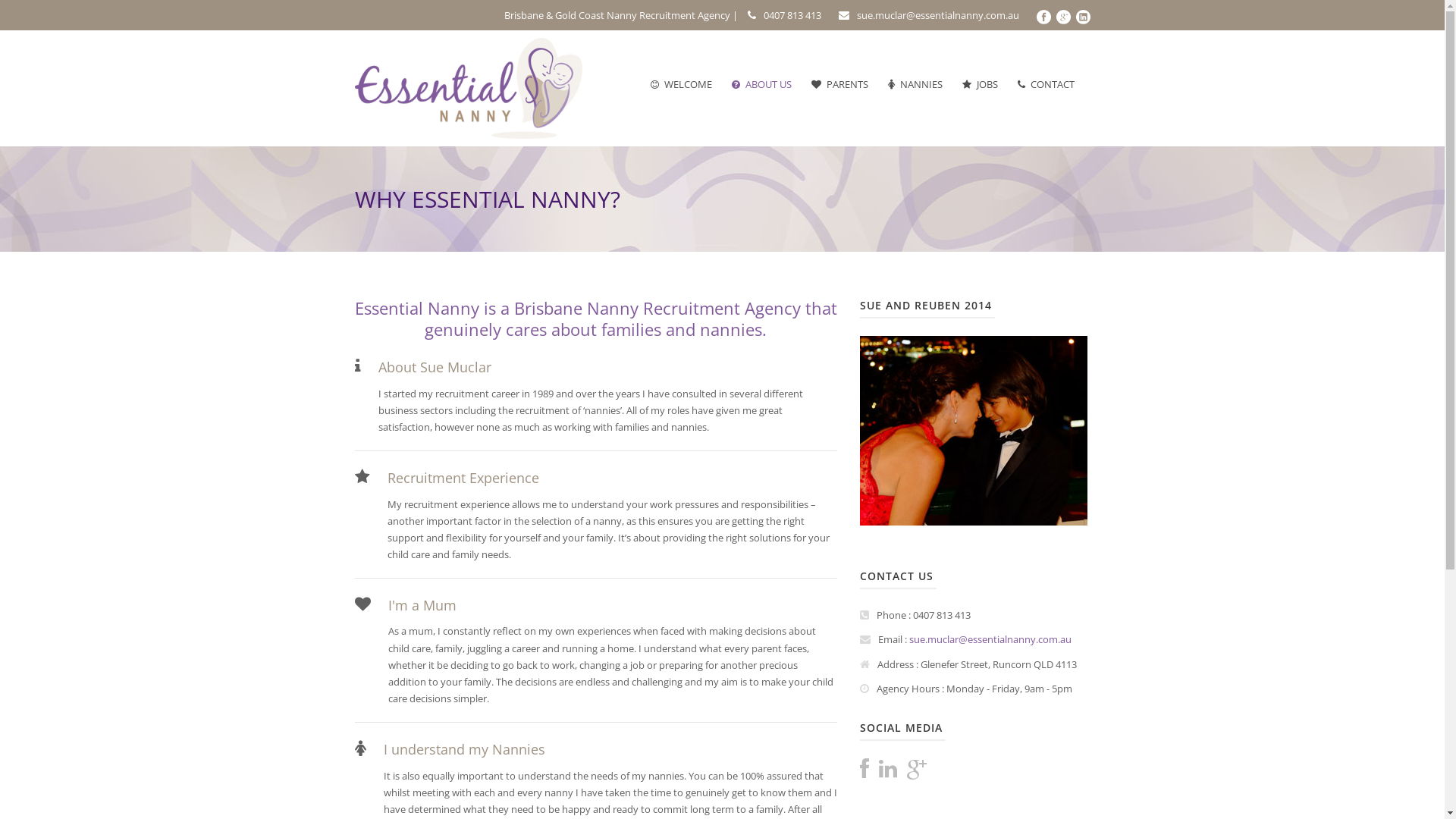 The height and width of the screenshot is (819, 1456). What do you see at coordinates (838, 84) in the screenshot?
I see `'PARENTS'` at bounding box center [838, 84].